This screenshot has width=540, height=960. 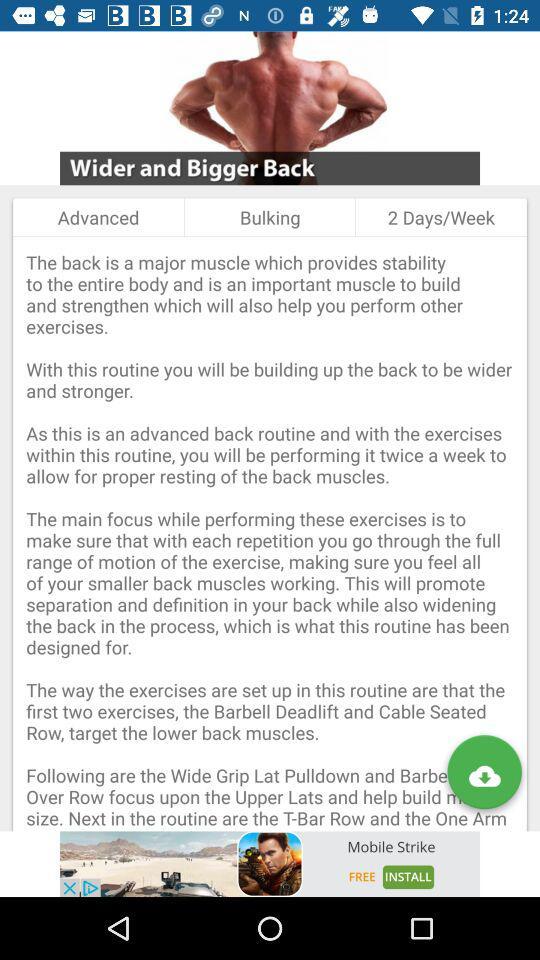 I want to click on download article button, so click(x=483, y=775).